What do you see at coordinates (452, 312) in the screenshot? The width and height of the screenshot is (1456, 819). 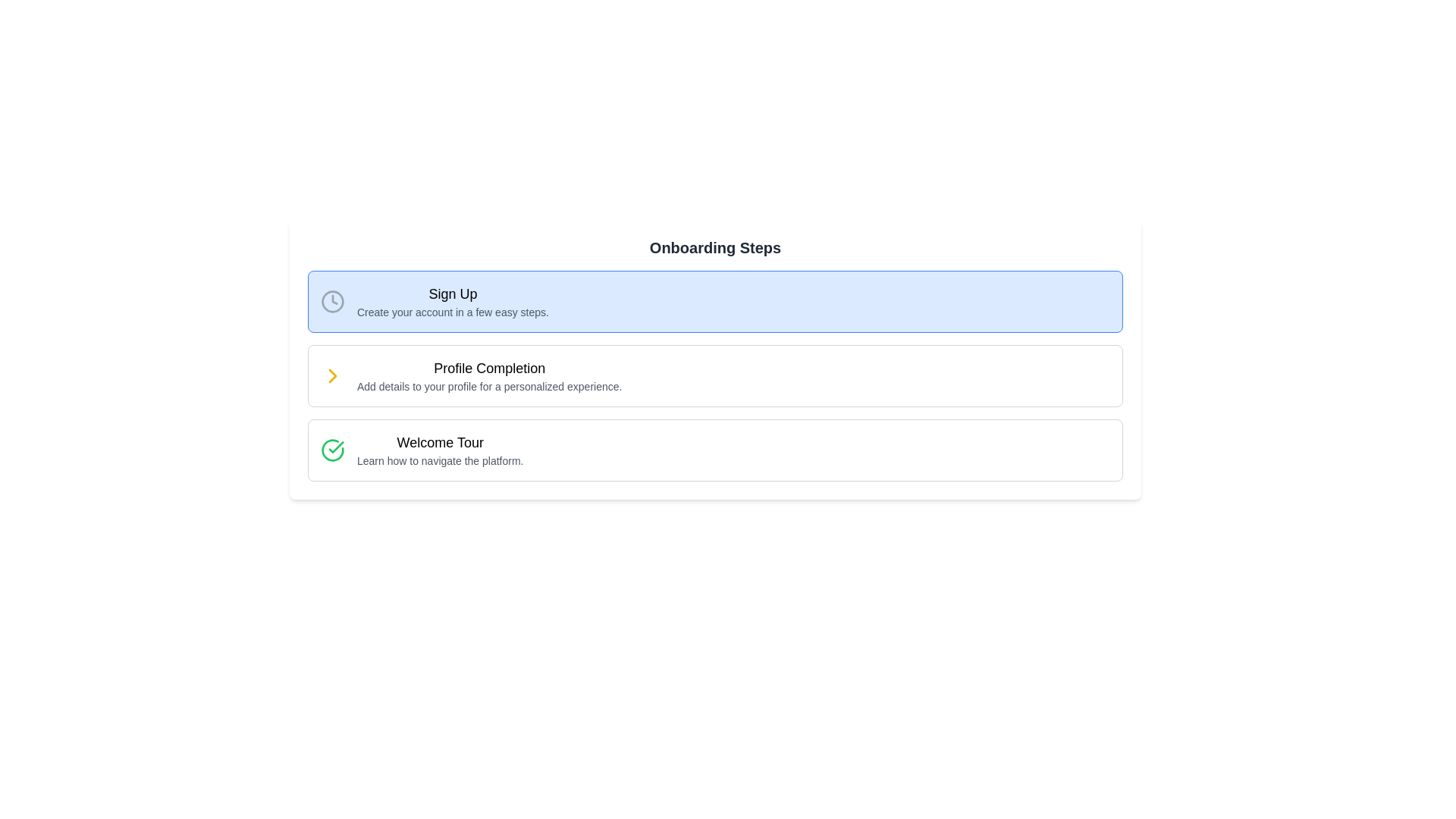 I see `the descriptive text label located directly under the 'Sign Up' heading in the first onboarding step` at bounding box center [452, 312].